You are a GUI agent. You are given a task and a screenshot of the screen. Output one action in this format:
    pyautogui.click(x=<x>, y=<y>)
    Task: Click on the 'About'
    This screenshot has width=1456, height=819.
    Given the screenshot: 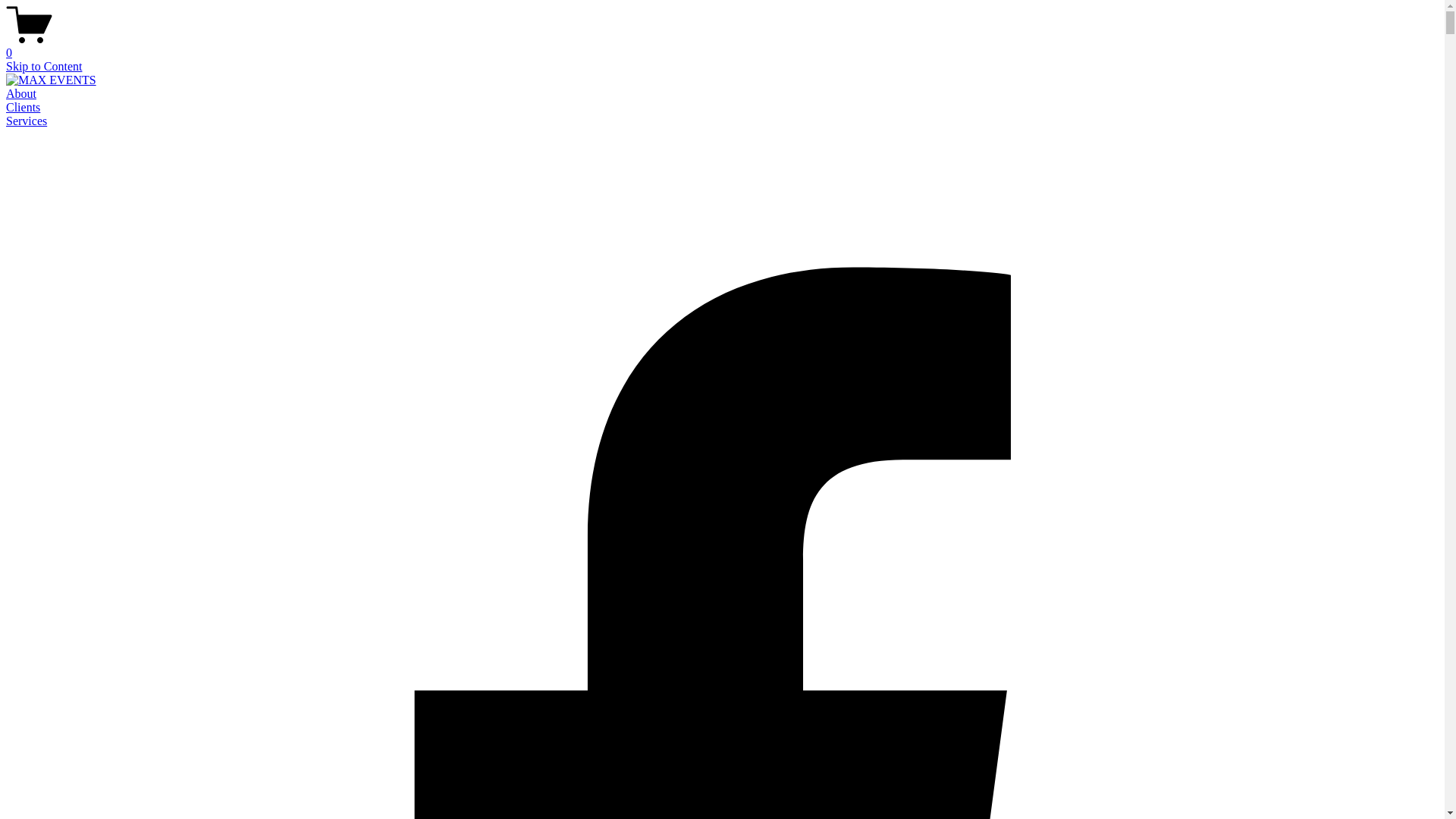 What is the action you would take?
    pyautogui.click(x=6, y=93)
    